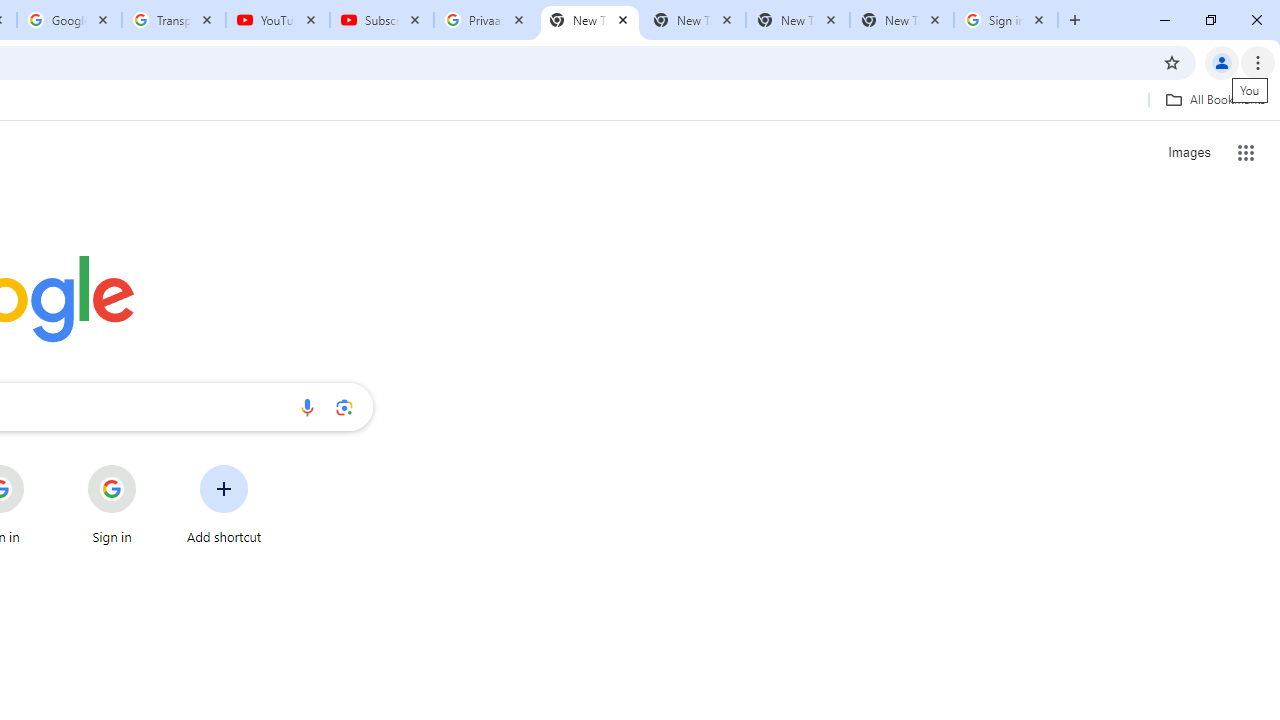  I want to click on 'More actions for Sign in shortcut', so click(151, 466).